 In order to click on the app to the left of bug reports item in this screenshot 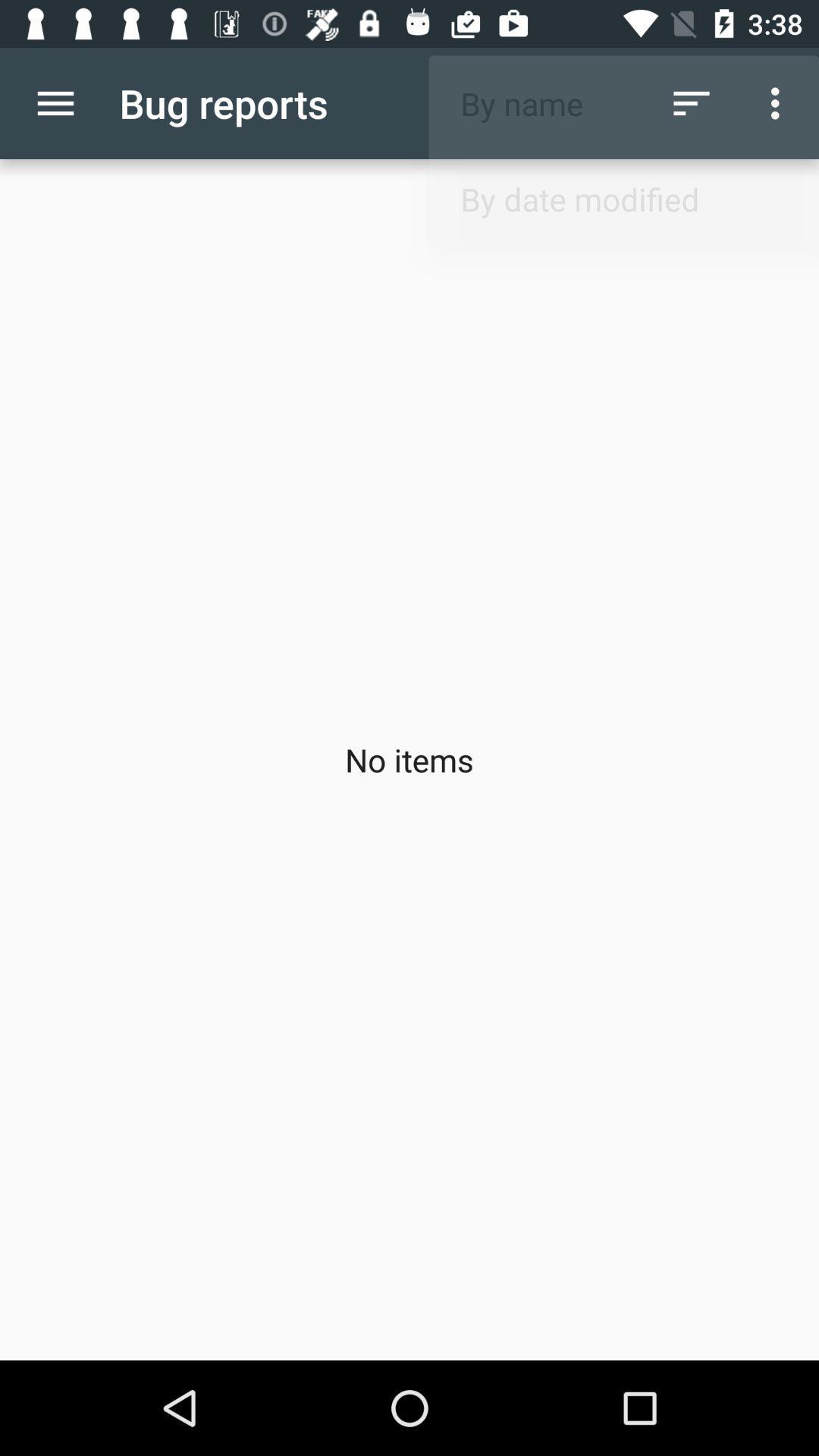, I will do `click(55, 102)`.